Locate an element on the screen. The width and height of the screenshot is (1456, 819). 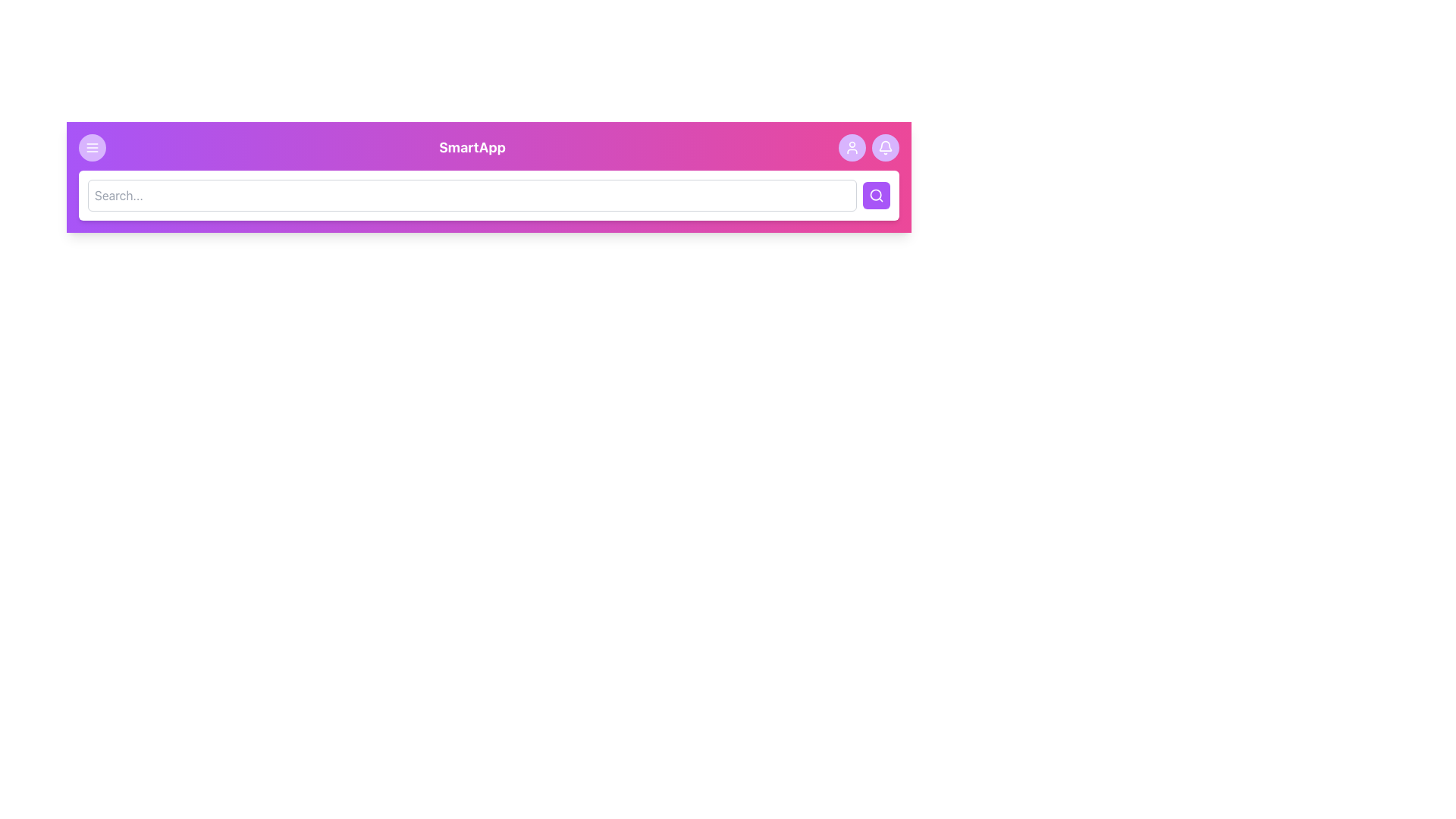
the notification icon located inside the circular button at the far right of the top bar is located at coordinates (885, 148).